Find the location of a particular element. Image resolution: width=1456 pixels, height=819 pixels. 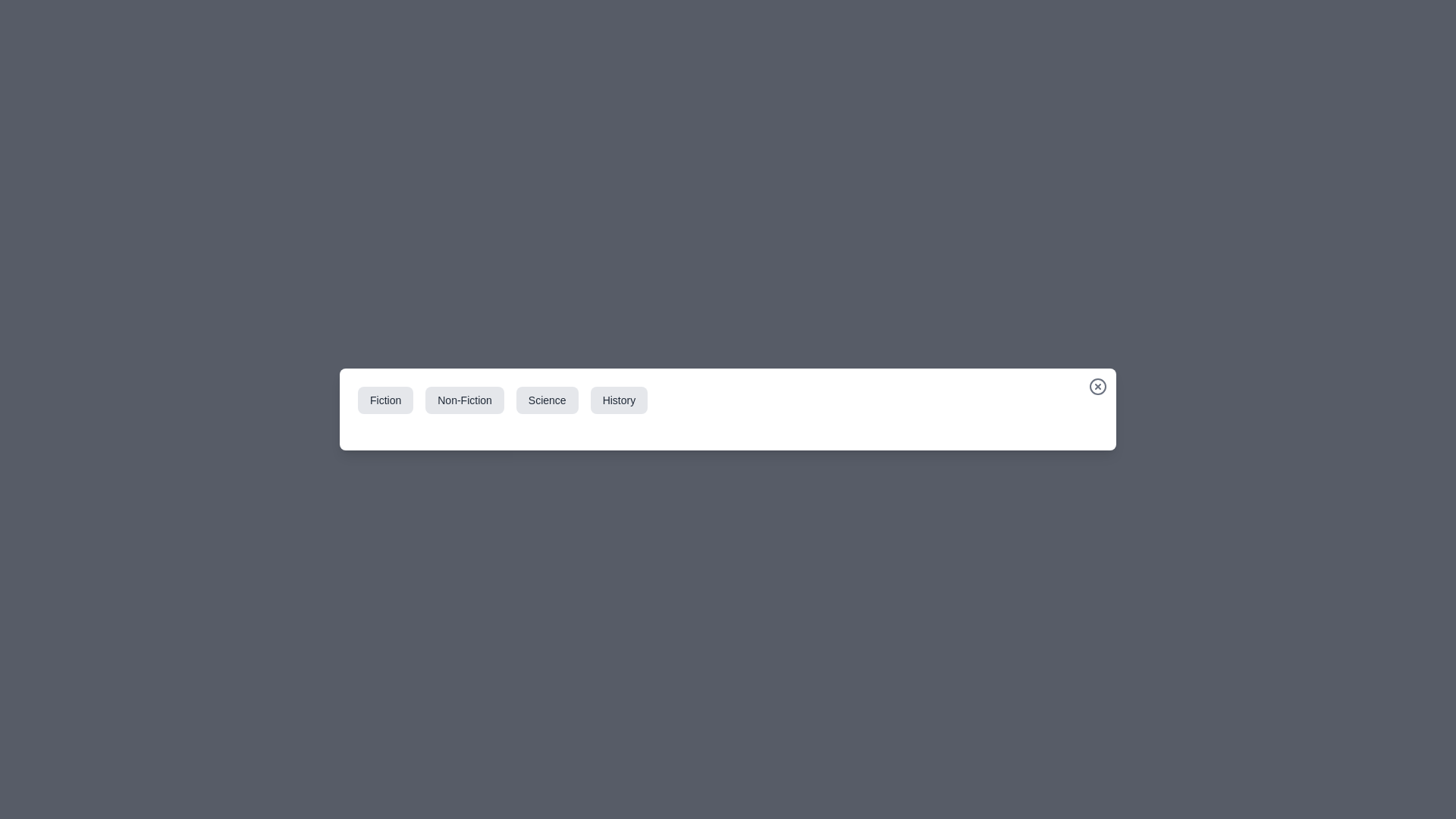

the category tab labeled Non-Fiction is located at coordinates (464, 400).